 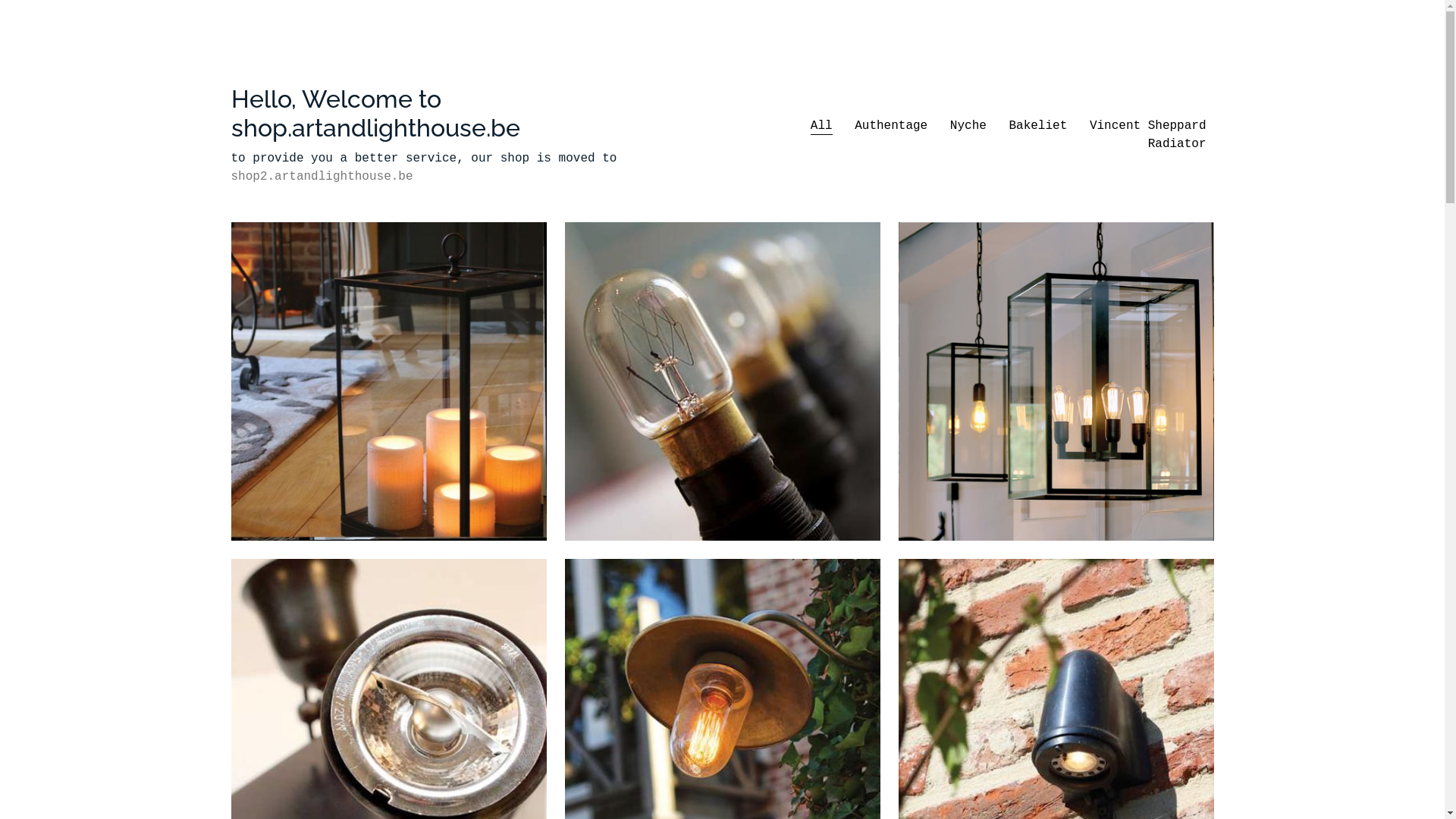 What do you see at coordinates (891, 124) in the screenshot?
I see `'Authentage'` at bounding box center [891, 124].